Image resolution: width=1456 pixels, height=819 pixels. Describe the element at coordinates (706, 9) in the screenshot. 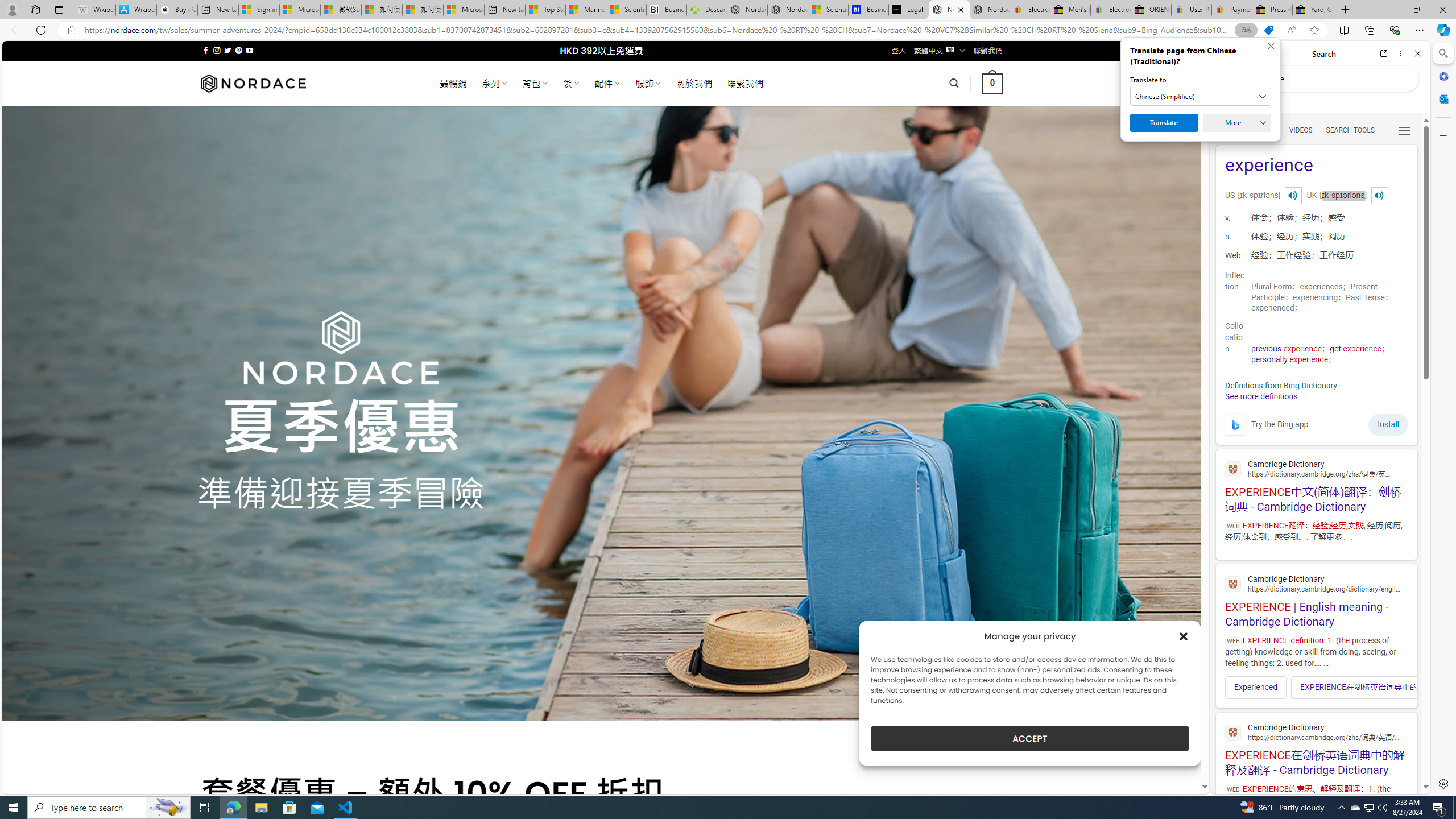

I see `'Descarga Driver Updater'` at that location.